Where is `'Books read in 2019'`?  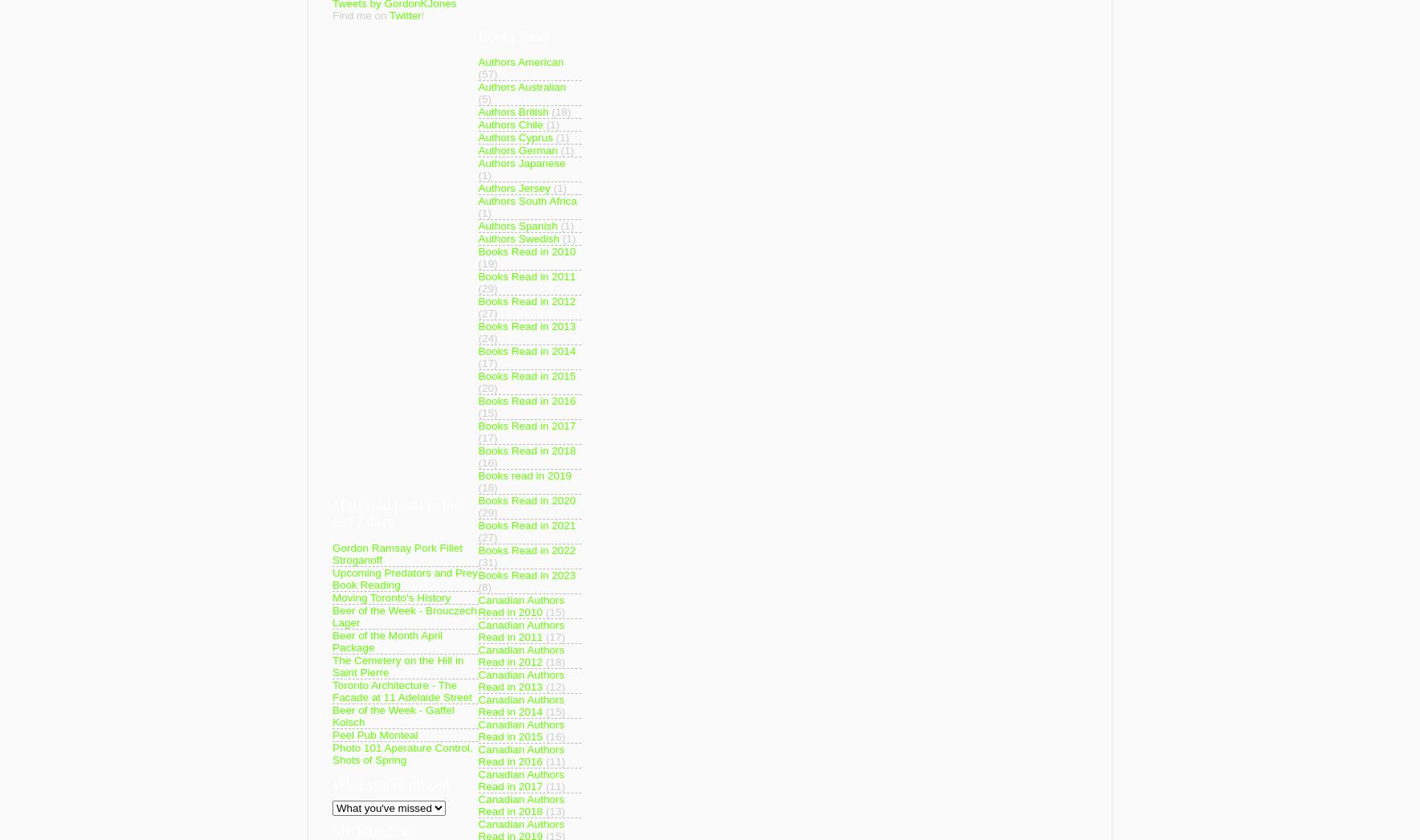
'Books read in 2019' is located at coordinates (523, 475).